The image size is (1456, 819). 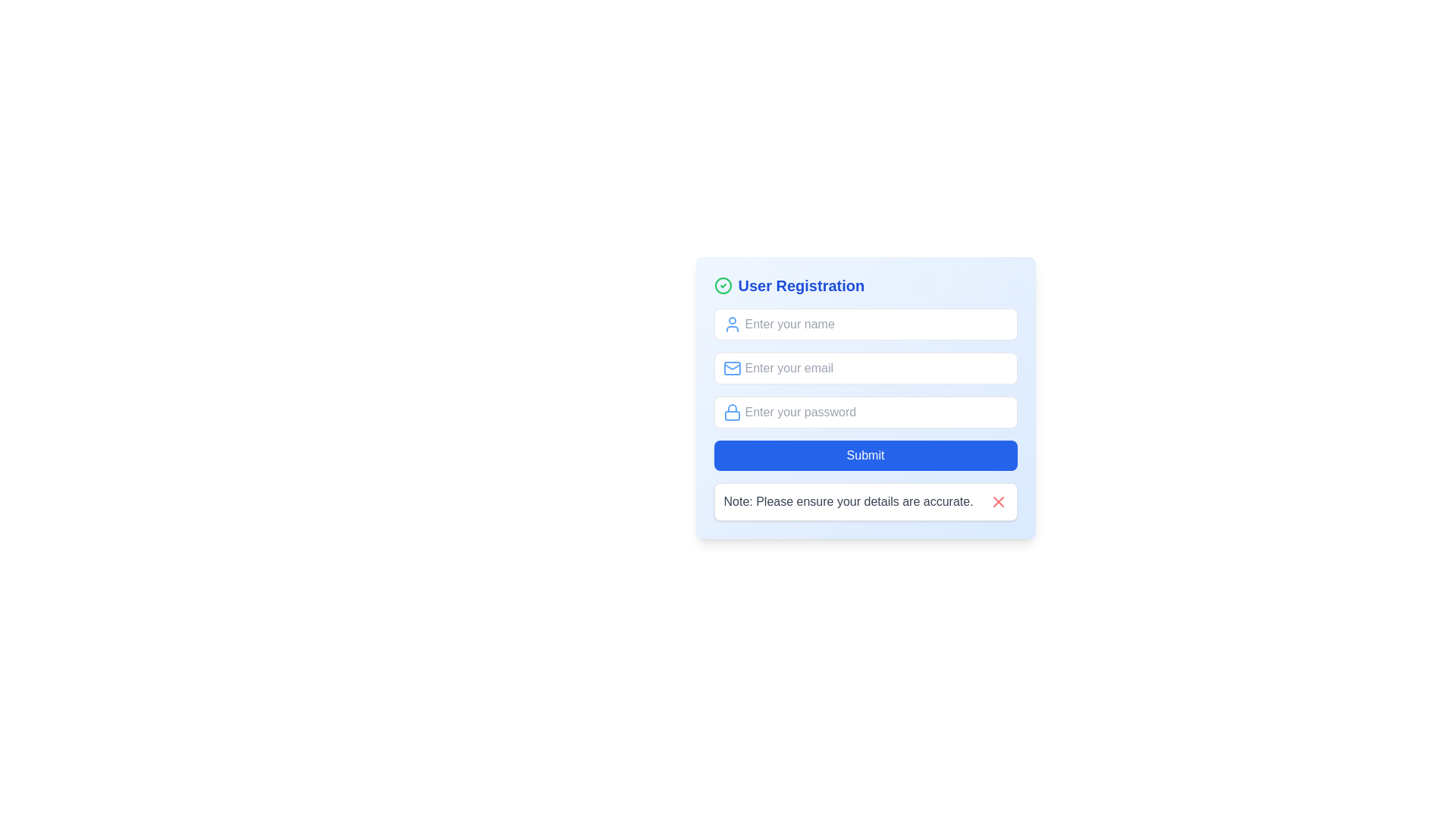 I want to click on the red 'X' icon, so click(x=865, y=502).